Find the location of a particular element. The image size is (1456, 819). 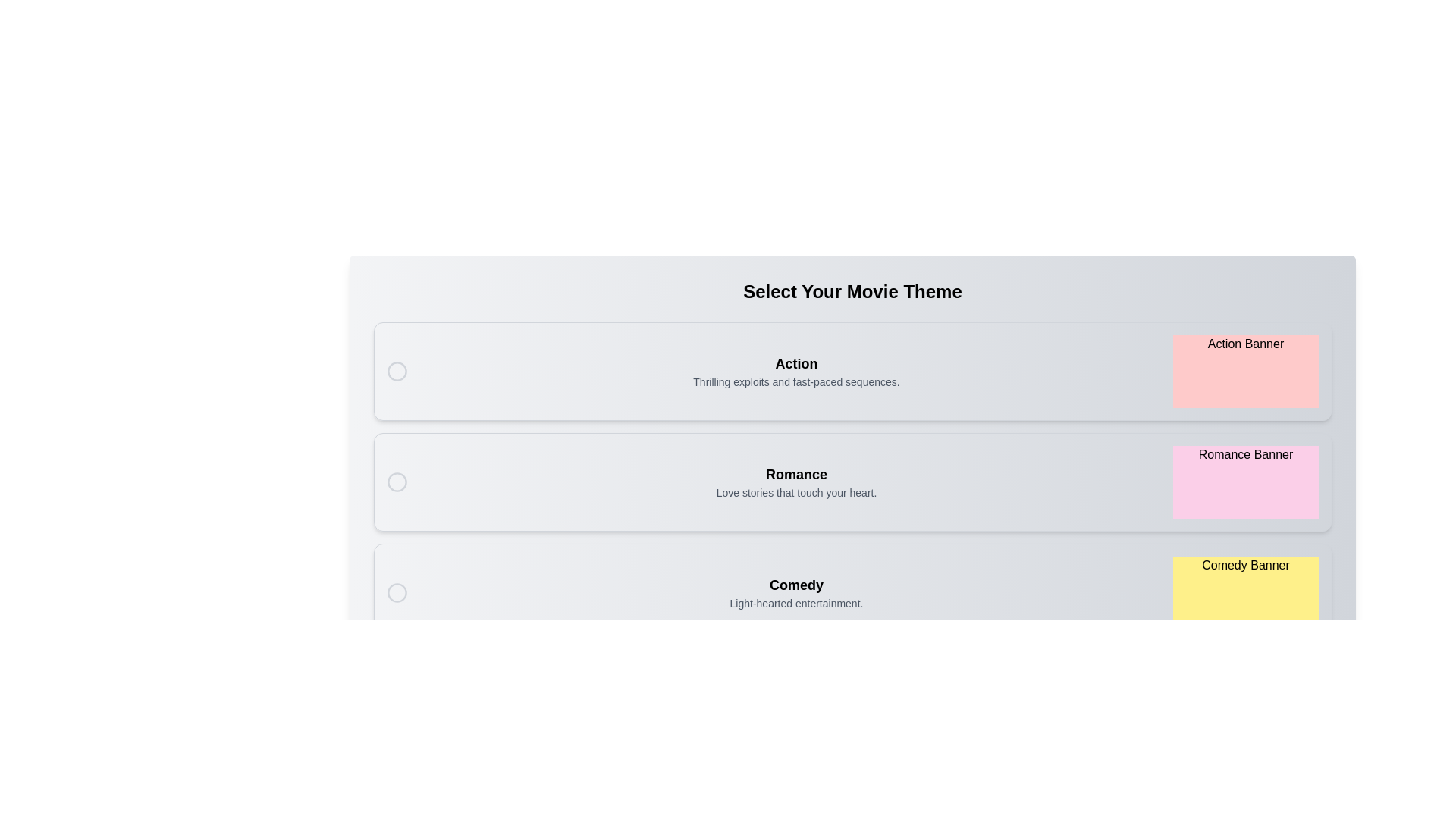

the third SVG Circle element located near the 'Comedy' section, which is part of a group of similar circular elements is located at coordinates (397, 592).